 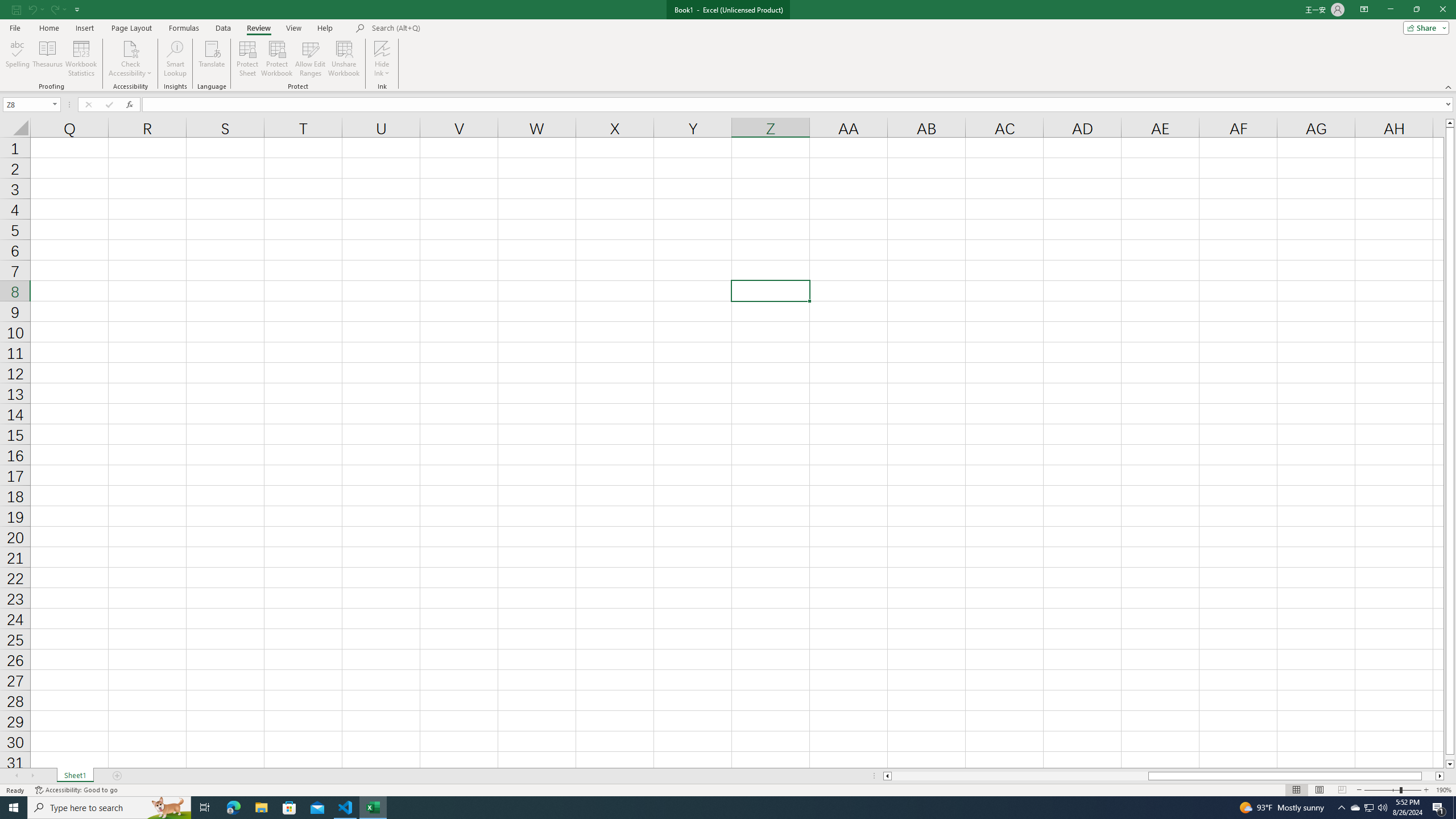 What do you see at coordinates (130, 48) in the screenshot?
I see `'Check Accessibility'` at bounding box center [130, 48].